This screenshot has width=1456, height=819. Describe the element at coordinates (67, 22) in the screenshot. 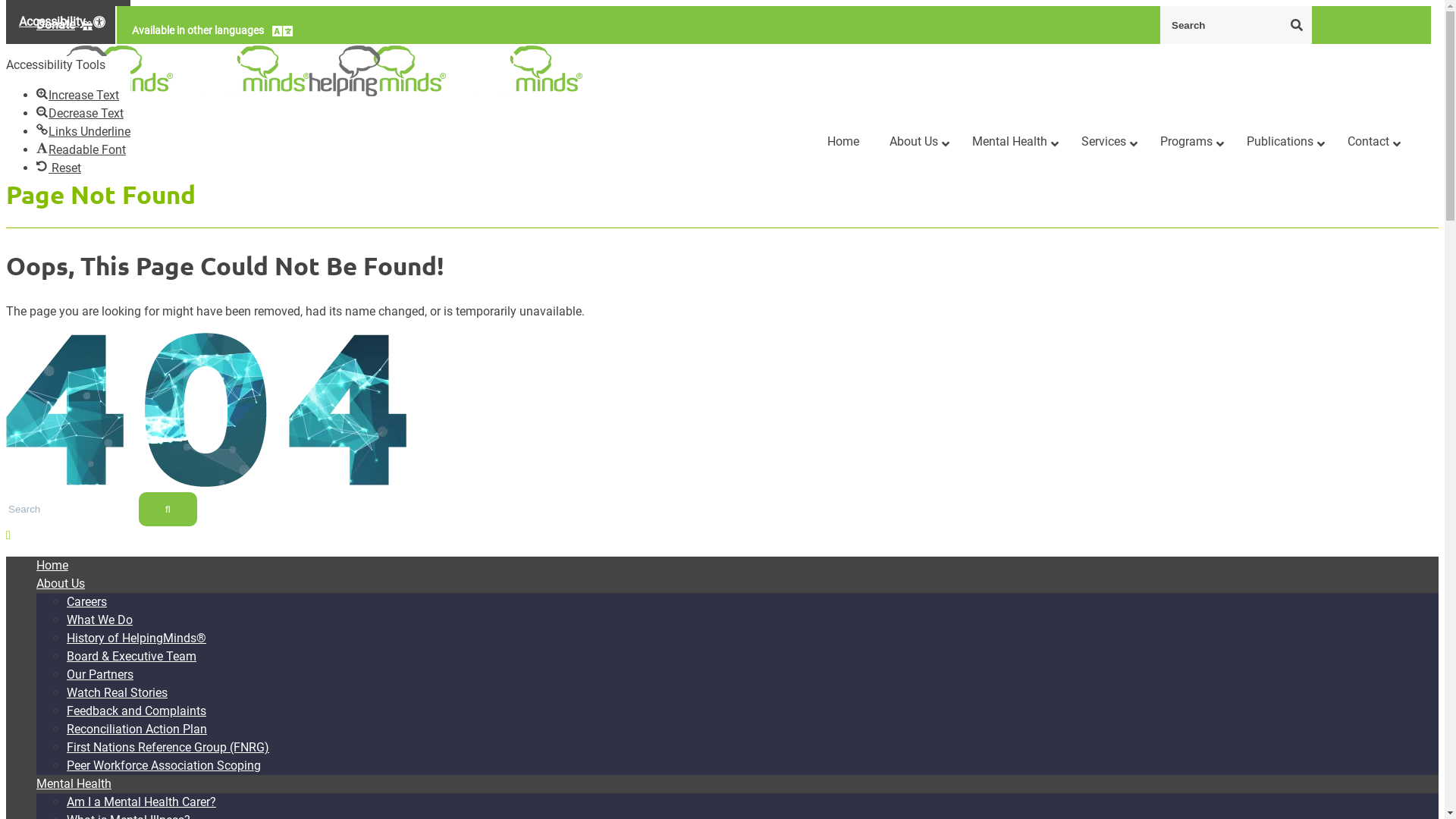

I see `'Open toolbar'` at that location.